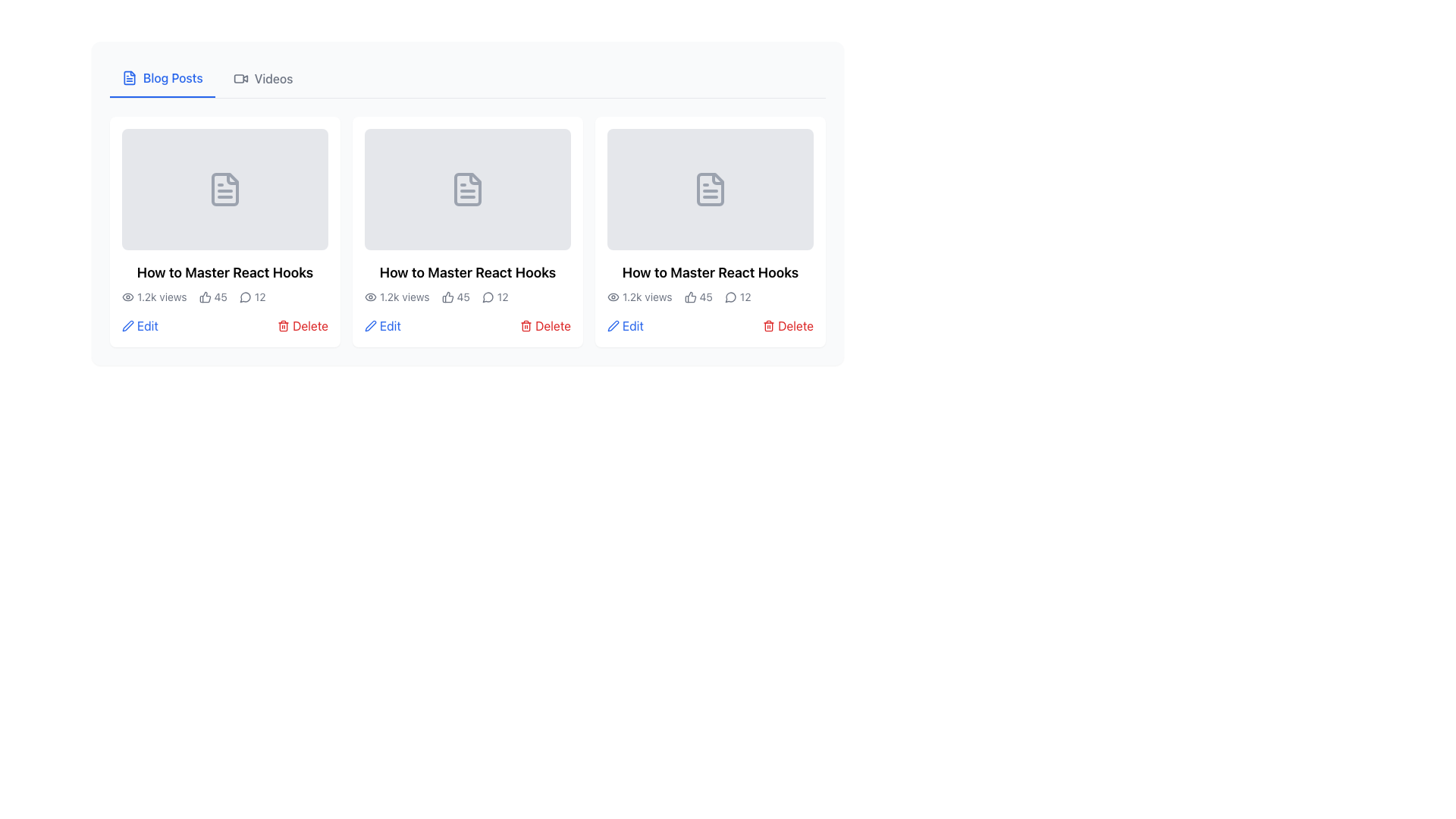 This screenshot has height=819, width=1456. What do you see at coordinates (224, 297) in the screenshot?
I see `the text display with decorative icons located at the bottom section of the card titled 'How to Master React Hooks'` at bounding box center [224, 297].